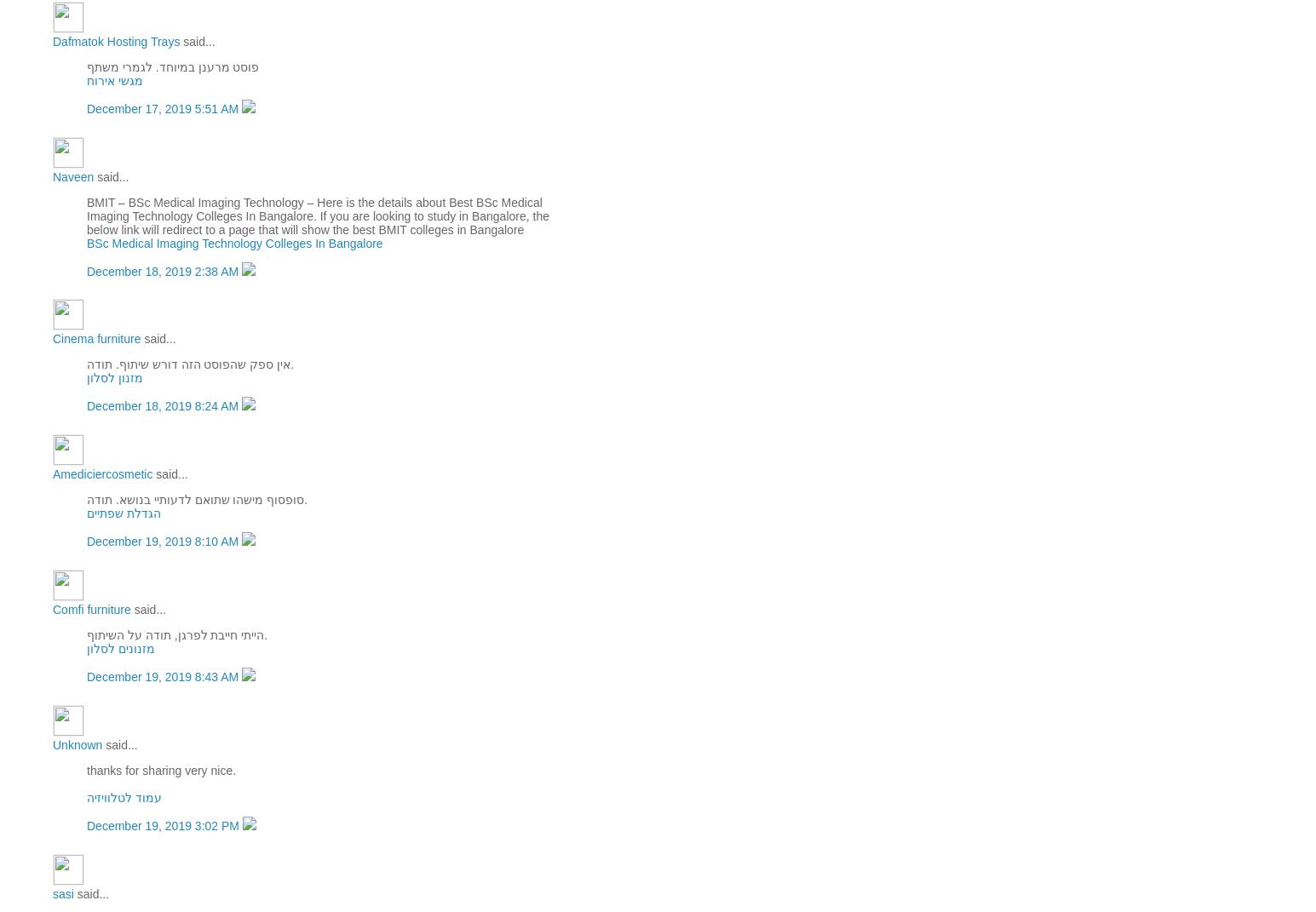 This screenshot has height=912, width=1316. Describe the element at coordinates (72, 175) in the screenshot. I see `'Naveen'` at that location.